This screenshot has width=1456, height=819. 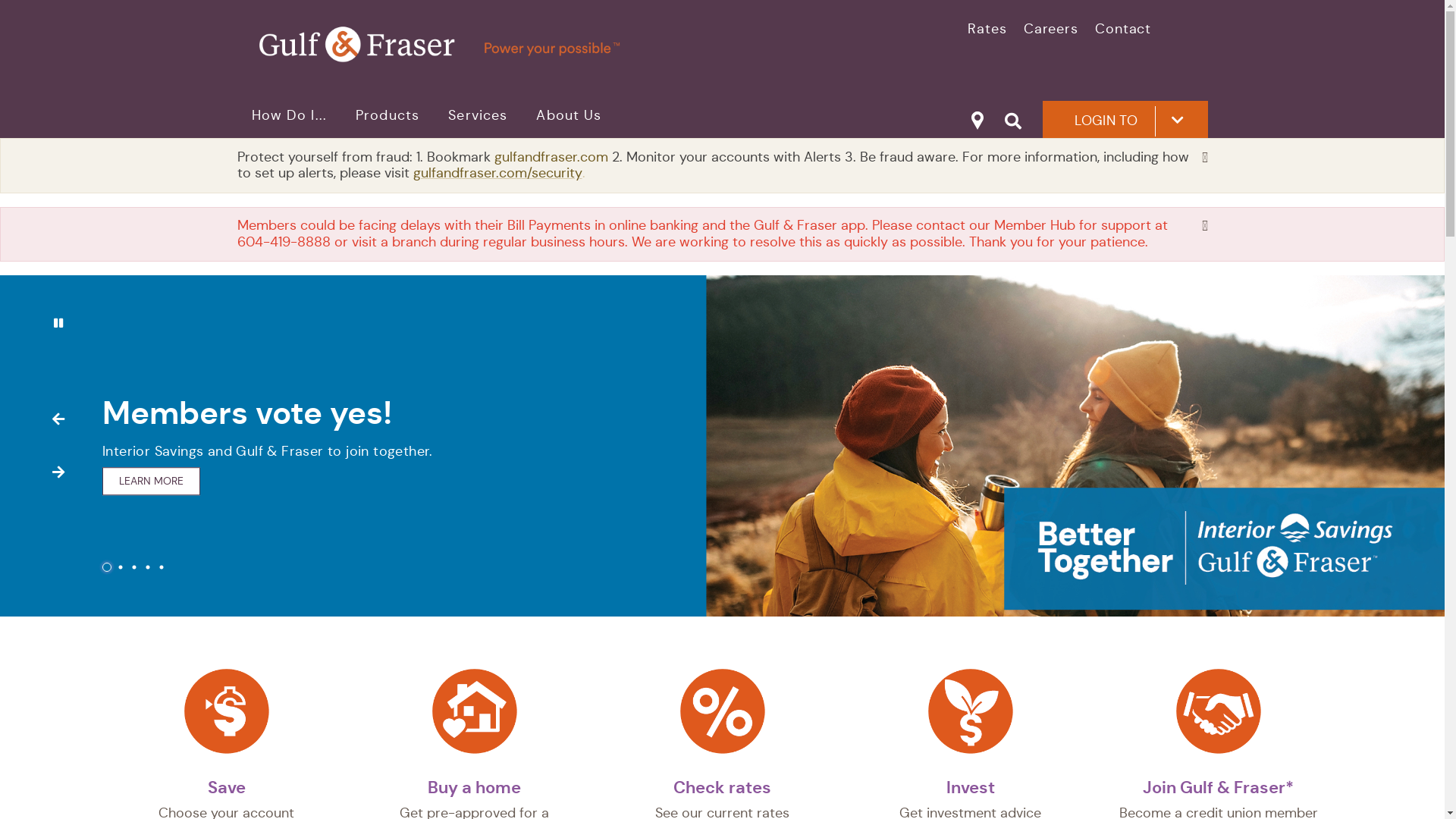 What do you see at coordinates (161, 567) in the screenshot?
I see `'5'` at bounding box center [161, 567].